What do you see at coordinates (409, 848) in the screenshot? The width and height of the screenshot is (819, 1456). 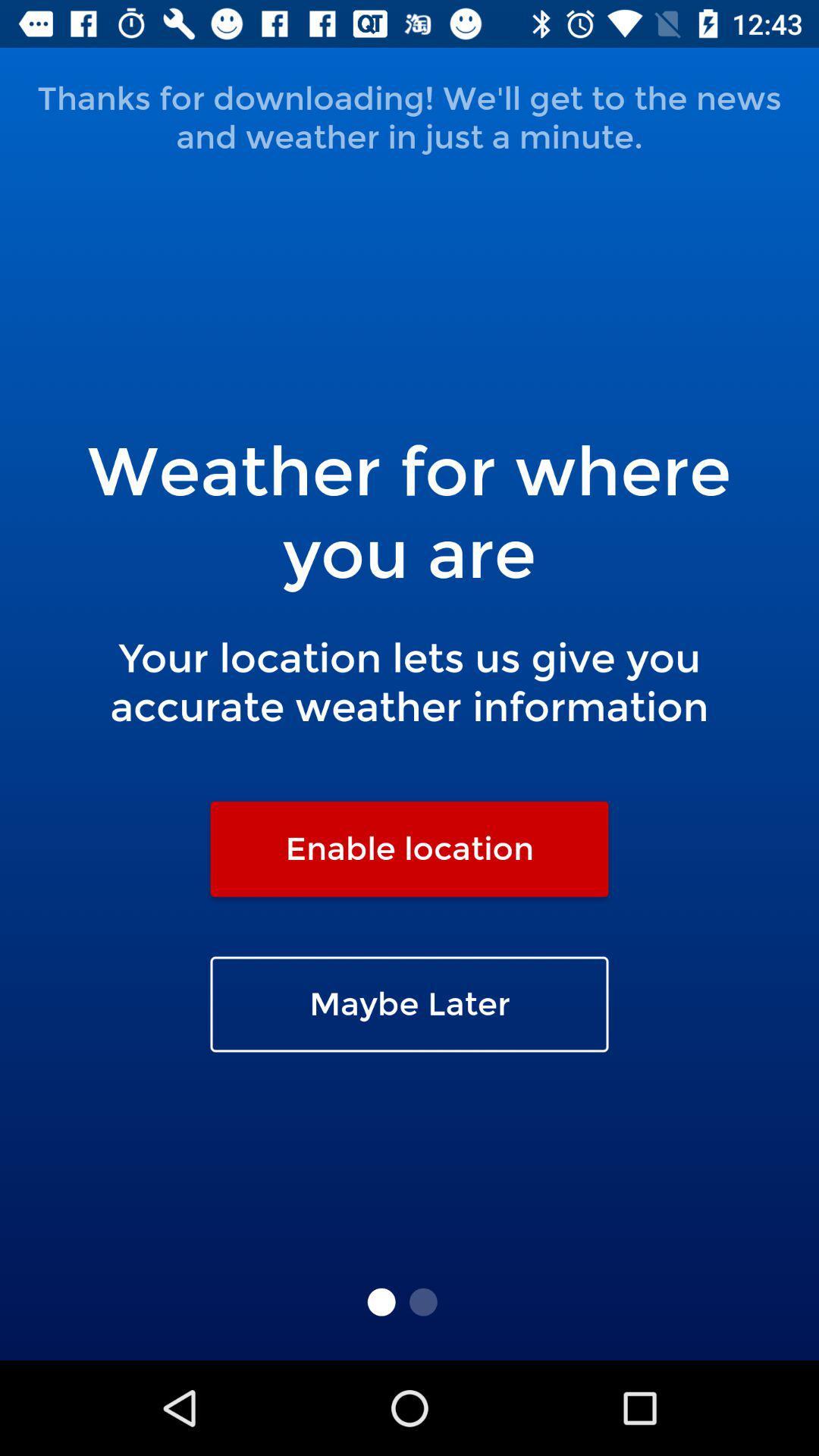 I see `enable location` at bounding box center [409, 848].